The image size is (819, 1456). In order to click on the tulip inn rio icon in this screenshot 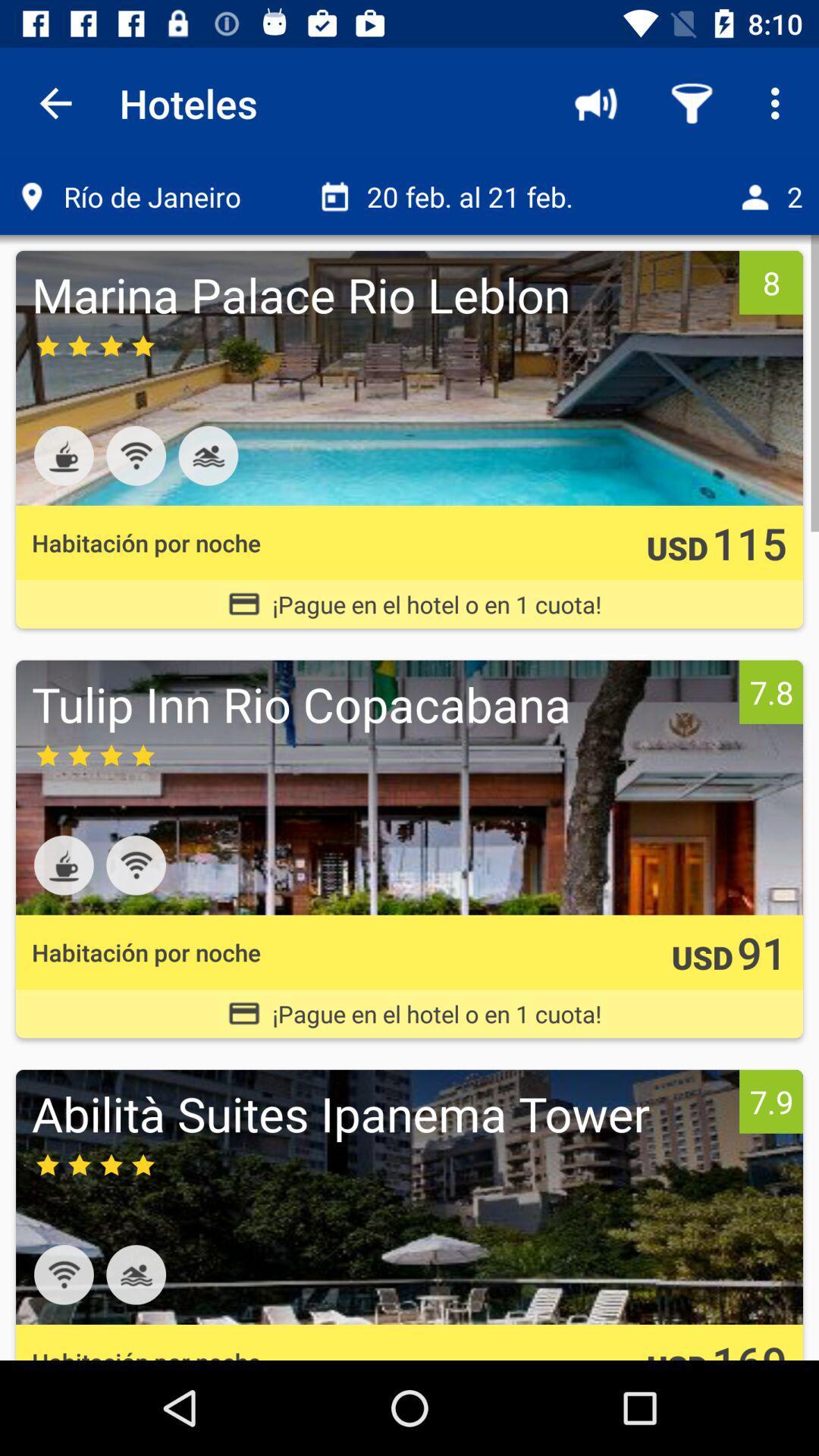, I will do `click(381, 703)`.